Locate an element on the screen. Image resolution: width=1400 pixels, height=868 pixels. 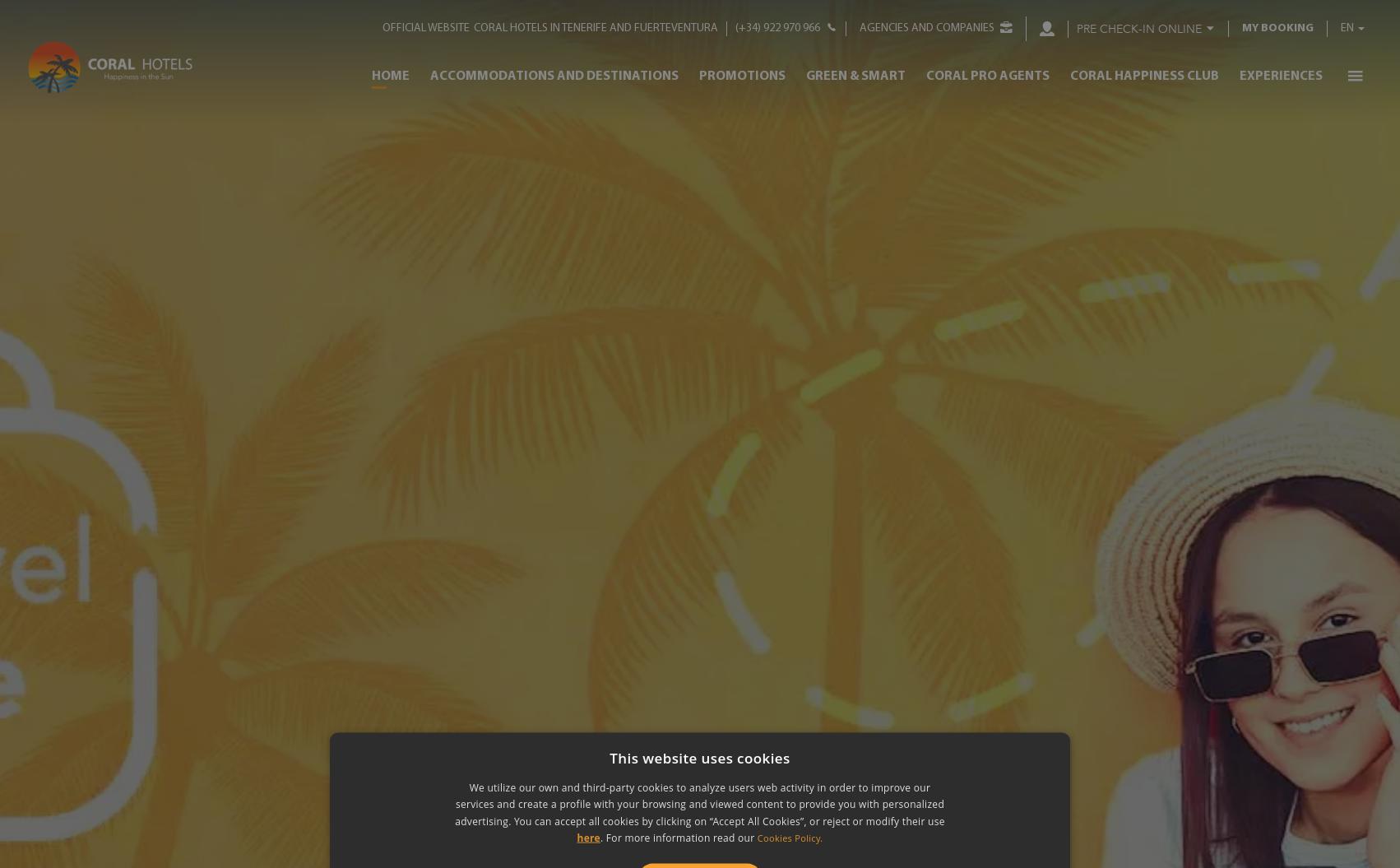
'Accommodations and destinations' is located at coordinates (553, 74).